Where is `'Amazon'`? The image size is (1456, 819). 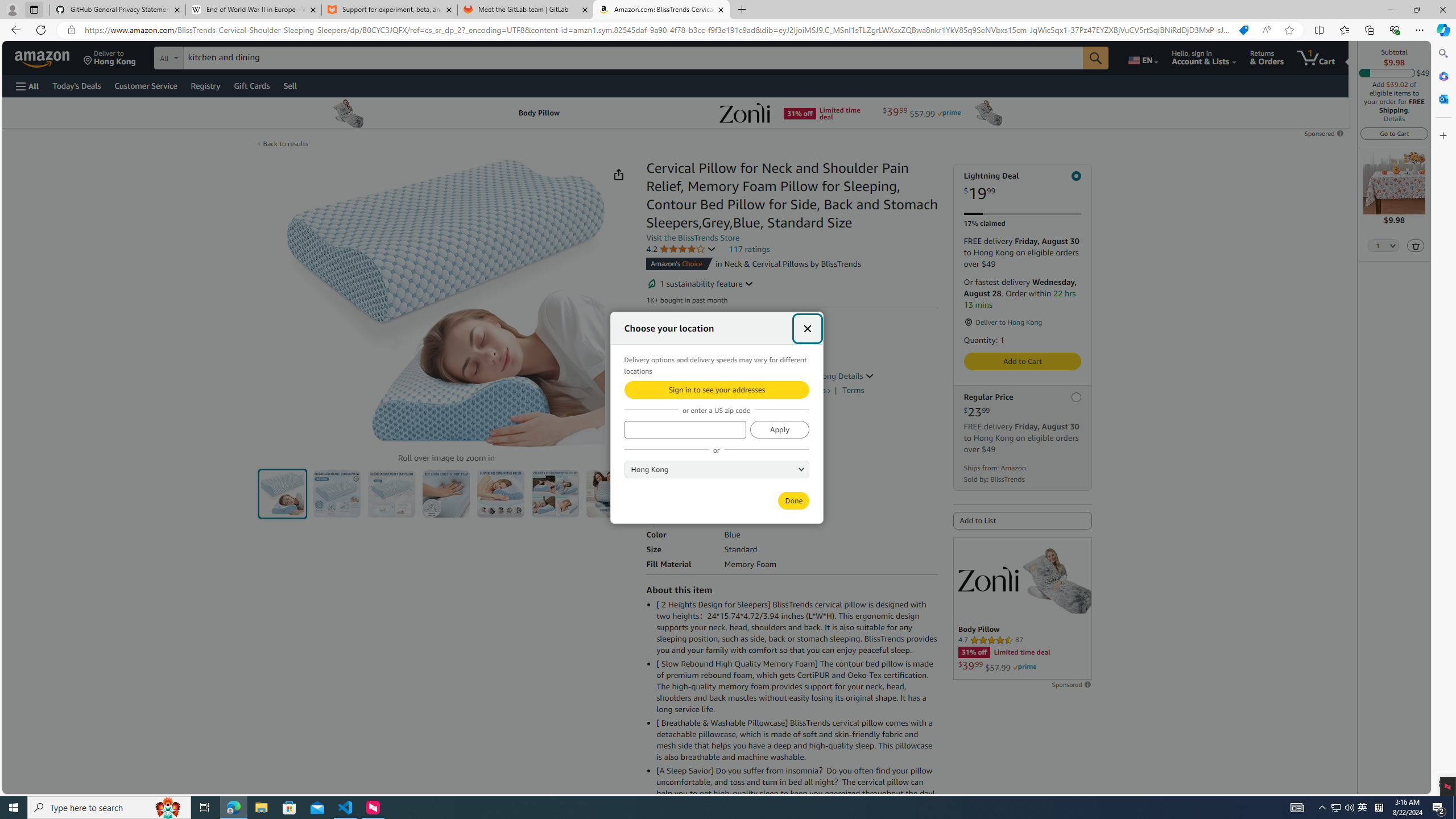 'Amazon' is located at coordinates (43, 57).